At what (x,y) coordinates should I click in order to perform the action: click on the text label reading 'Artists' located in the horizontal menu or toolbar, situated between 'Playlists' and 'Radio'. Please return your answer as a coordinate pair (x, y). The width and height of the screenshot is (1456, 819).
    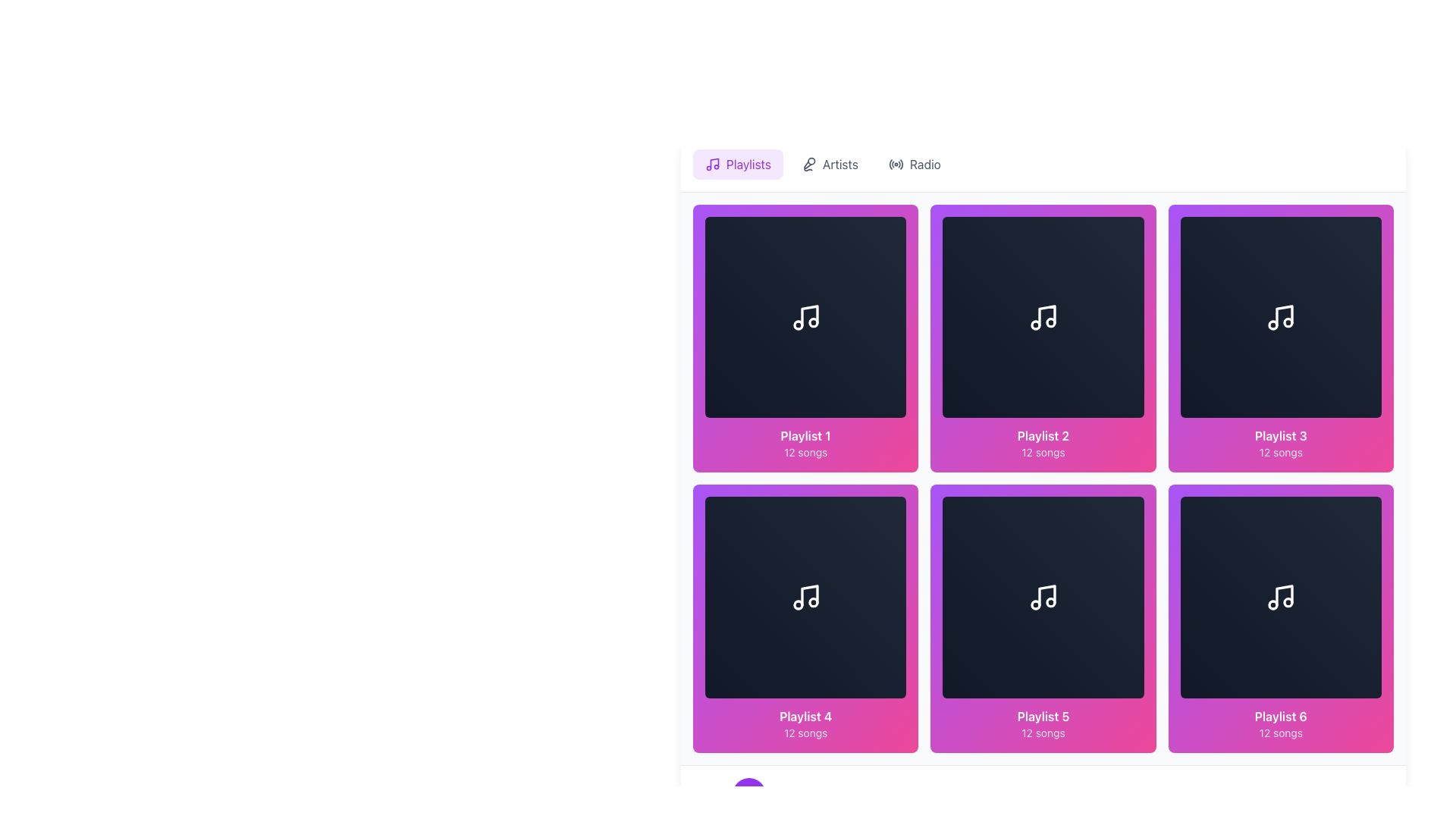
    Looking at the image, I should click on (839, 164).